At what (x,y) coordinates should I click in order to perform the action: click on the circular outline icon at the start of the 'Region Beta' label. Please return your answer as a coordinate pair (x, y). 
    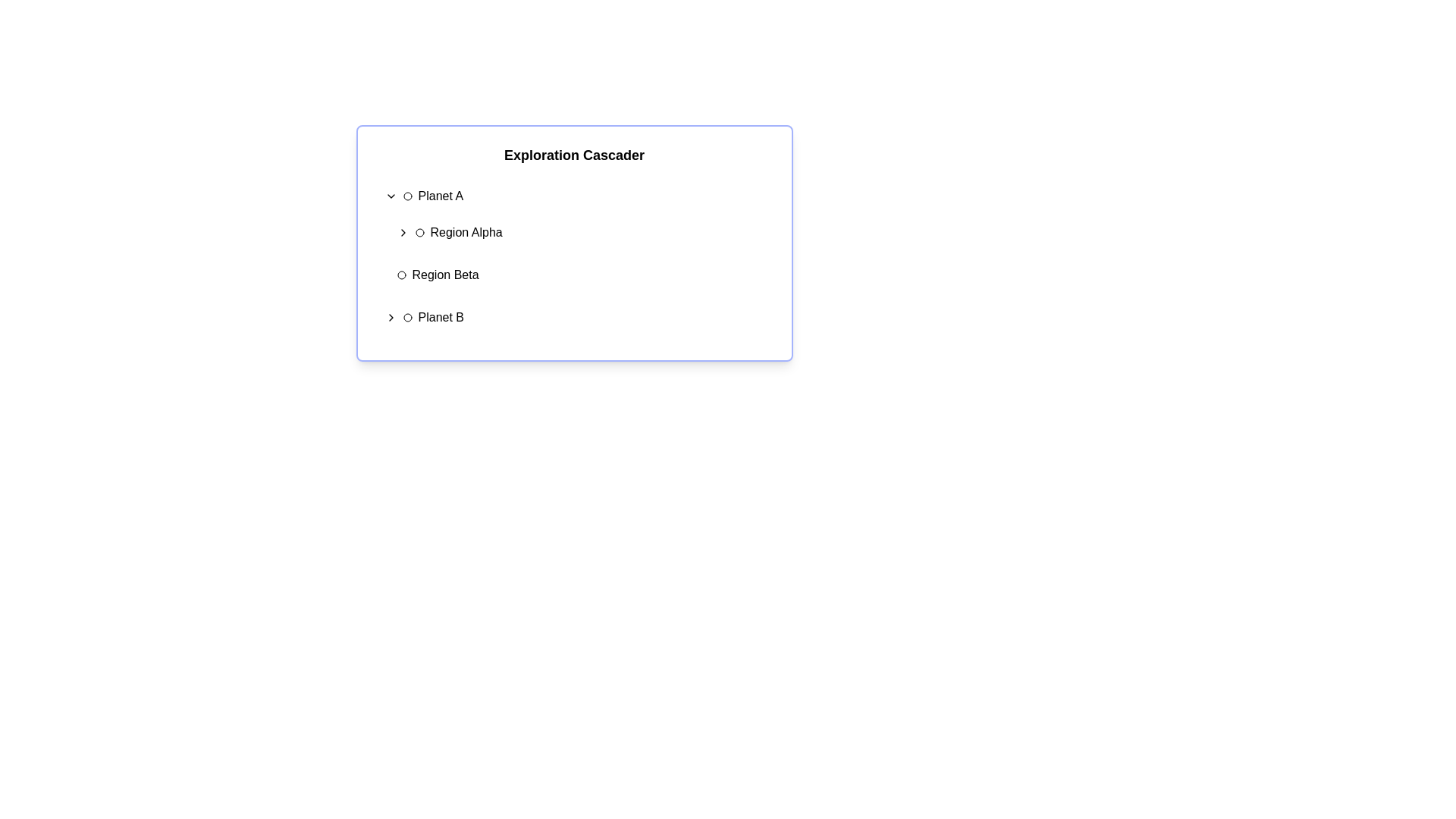
    Looking at the image, I should click on (401, 275).